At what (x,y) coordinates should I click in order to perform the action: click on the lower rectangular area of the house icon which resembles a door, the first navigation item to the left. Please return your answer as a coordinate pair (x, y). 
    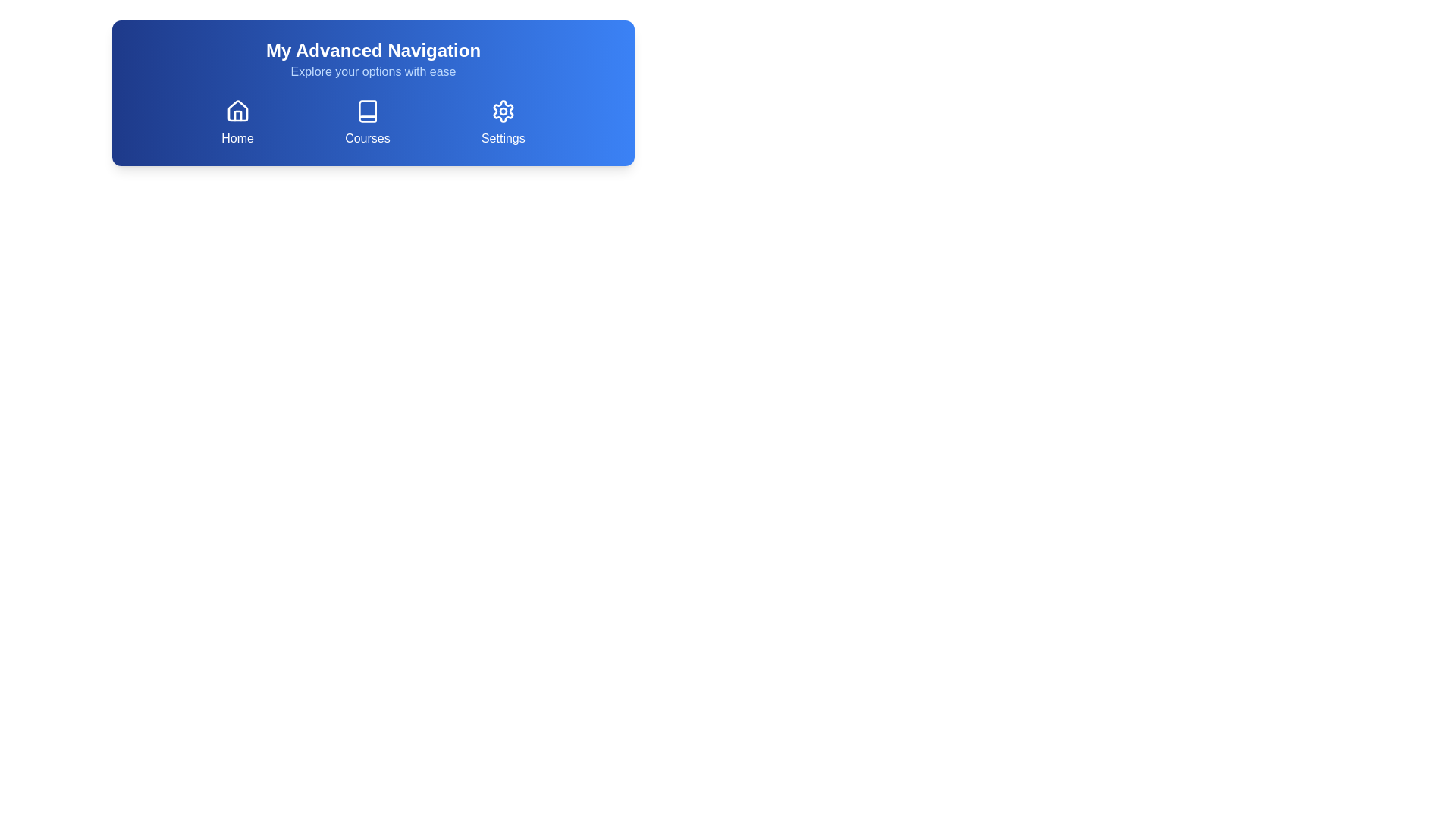
    Looking at the image, I should click on (237, 115).